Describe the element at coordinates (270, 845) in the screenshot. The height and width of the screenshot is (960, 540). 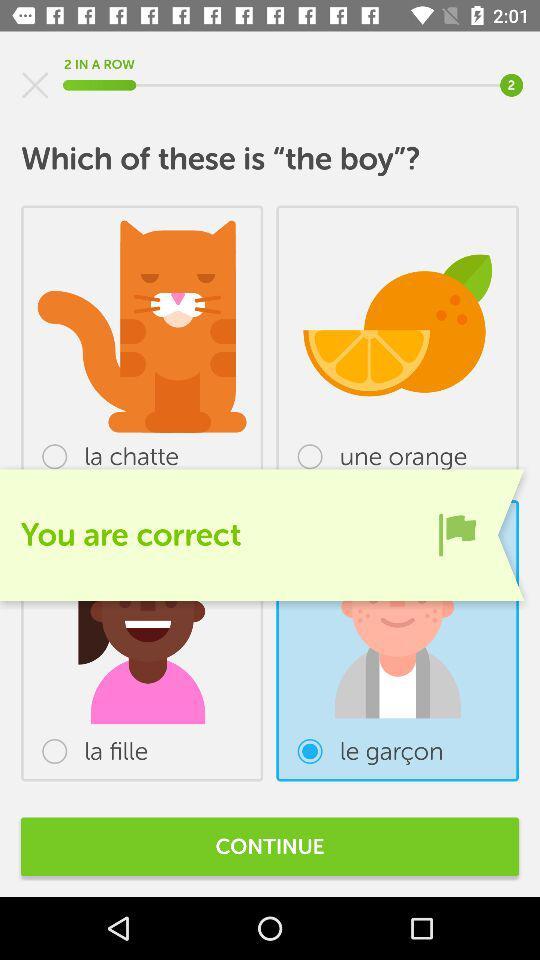
I see `continue` at that location.